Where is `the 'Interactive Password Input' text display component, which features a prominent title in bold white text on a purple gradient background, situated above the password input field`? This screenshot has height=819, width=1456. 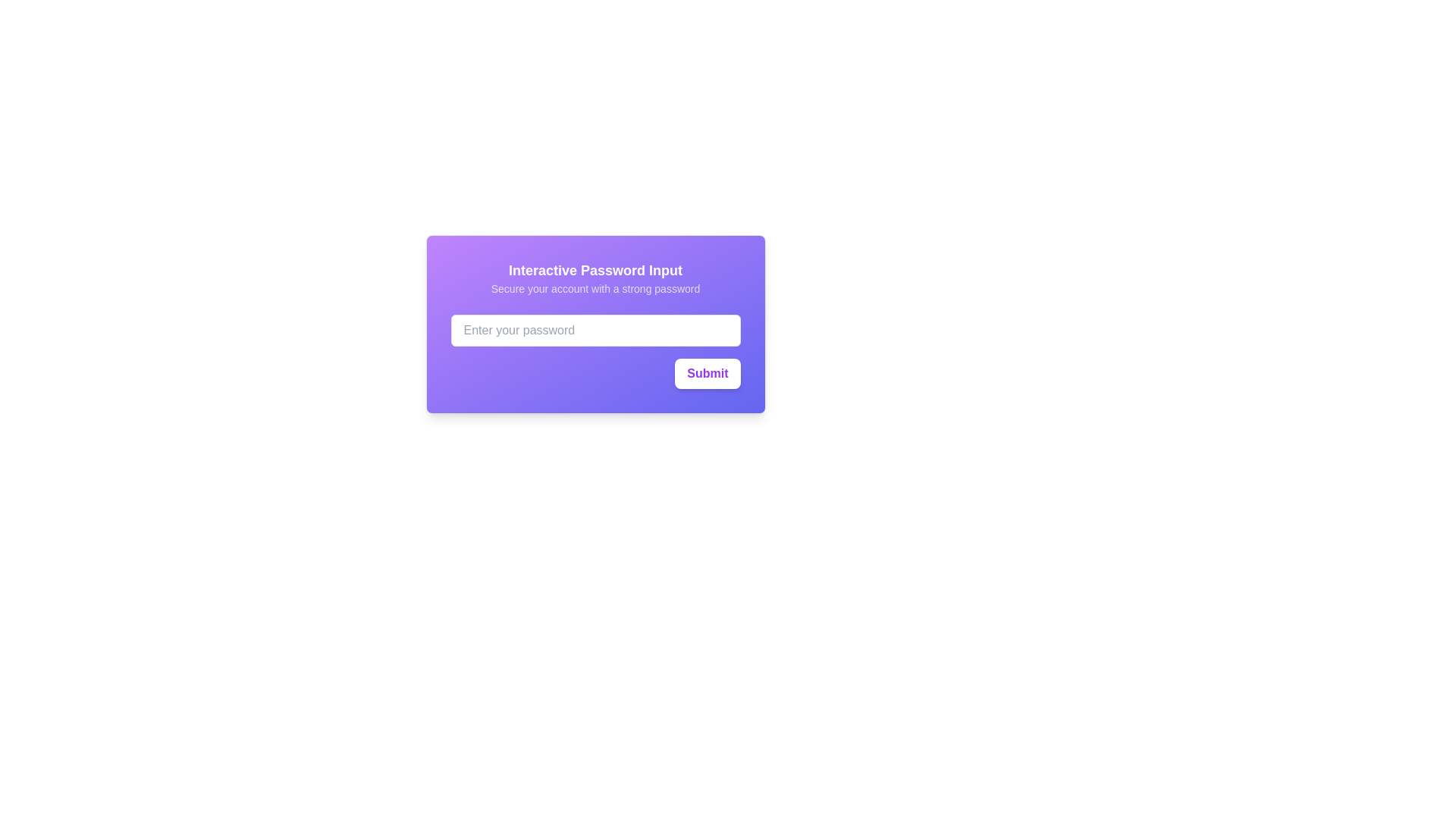
the 'Interactive Password Input' text display component, which features a prominent title in bold white text on a purple gradient background, situated above the password input field is located at coordinates (595, 278).